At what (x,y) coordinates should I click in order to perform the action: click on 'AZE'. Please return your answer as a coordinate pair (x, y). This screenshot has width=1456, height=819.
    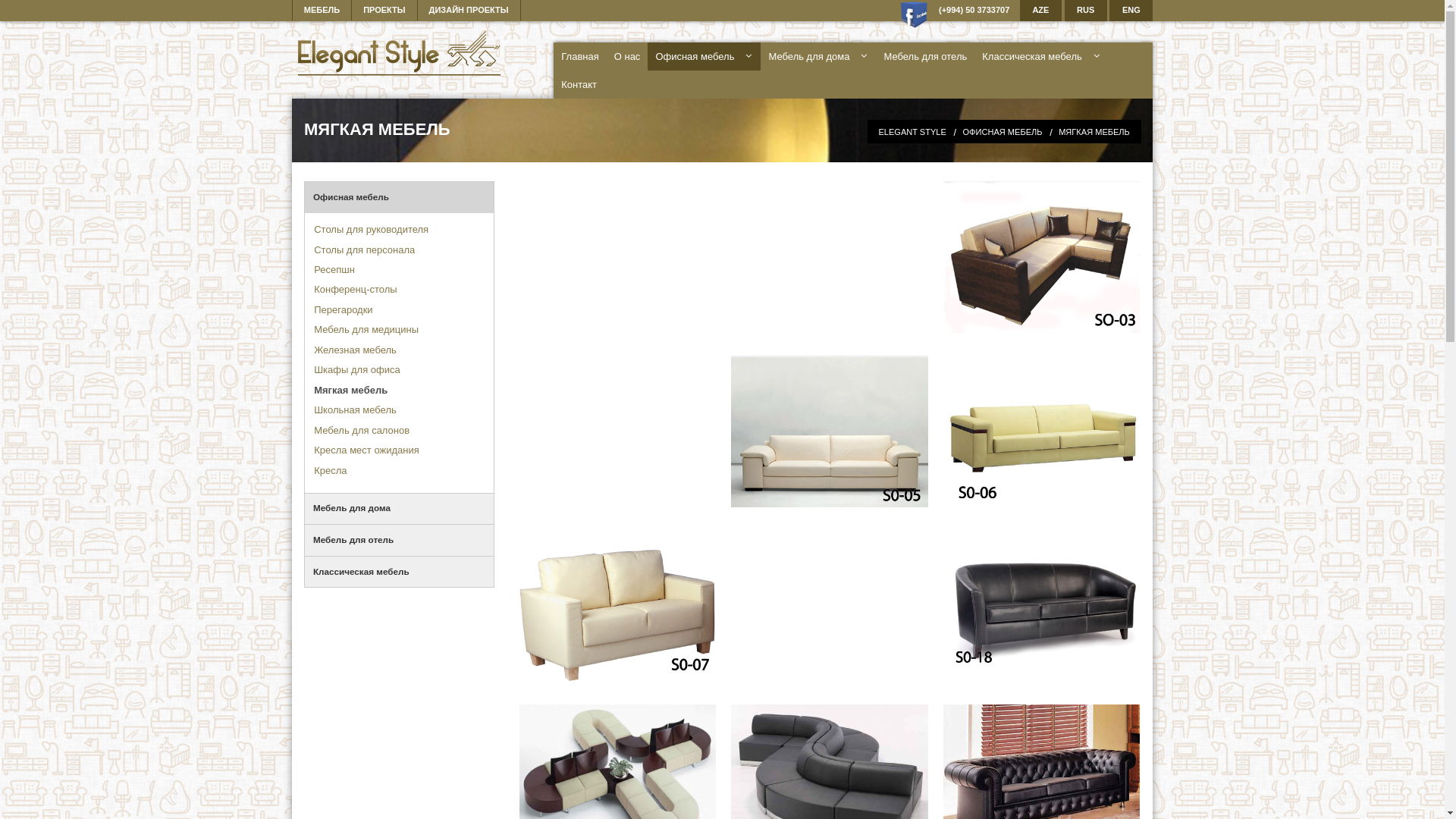
    Looking at the image, I should click on (1040, 11).